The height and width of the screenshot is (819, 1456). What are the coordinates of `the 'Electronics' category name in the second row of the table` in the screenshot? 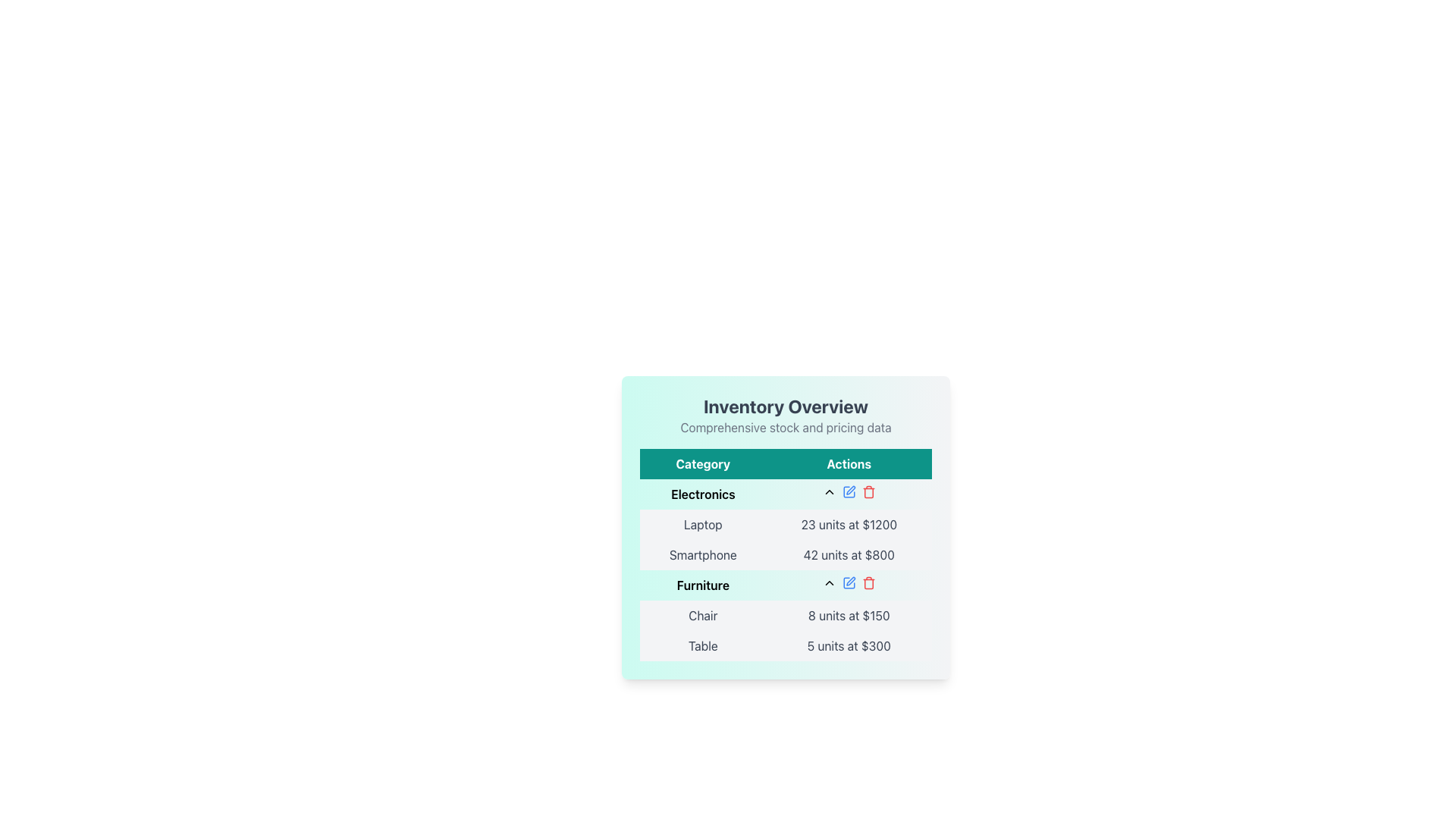 It's located at (786, 494).